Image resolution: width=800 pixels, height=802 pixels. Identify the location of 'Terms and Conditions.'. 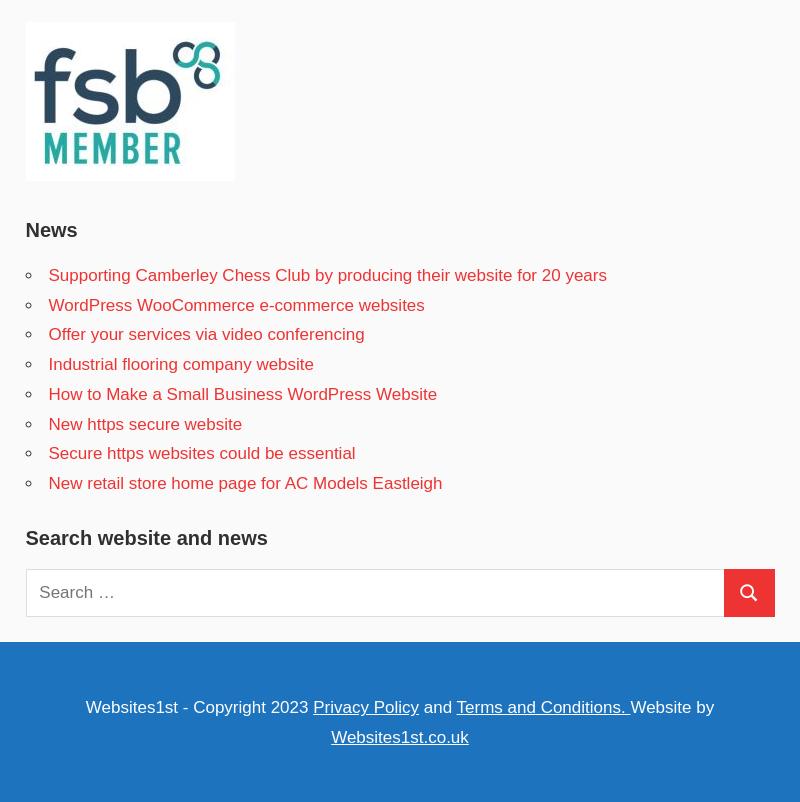
(454, 706).